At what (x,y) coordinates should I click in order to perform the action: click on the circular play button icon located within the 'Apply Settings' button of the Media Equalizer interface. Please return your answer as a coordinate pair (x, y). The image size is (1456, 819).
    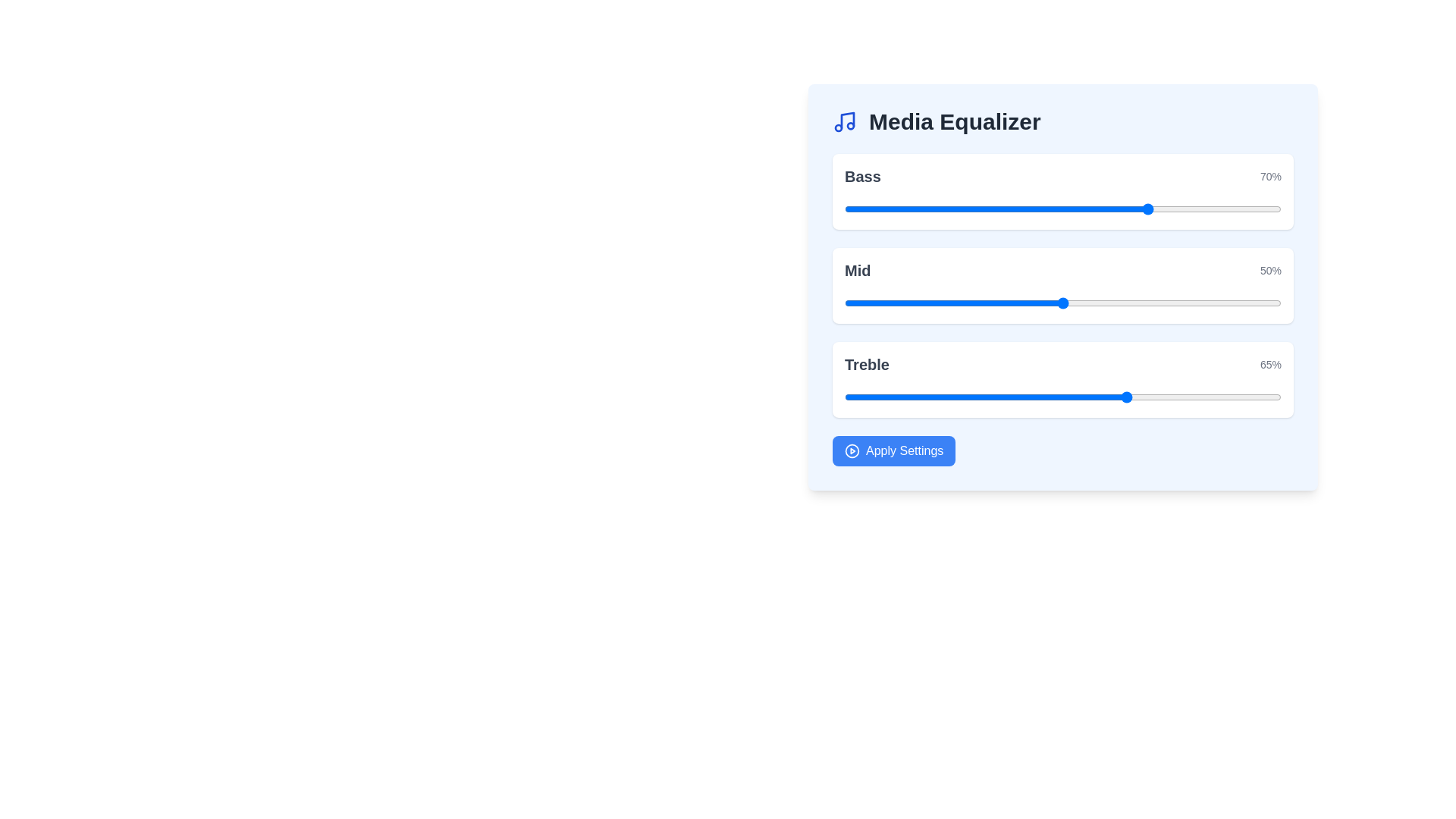
    Looking at the image, I should click on (852, 450).